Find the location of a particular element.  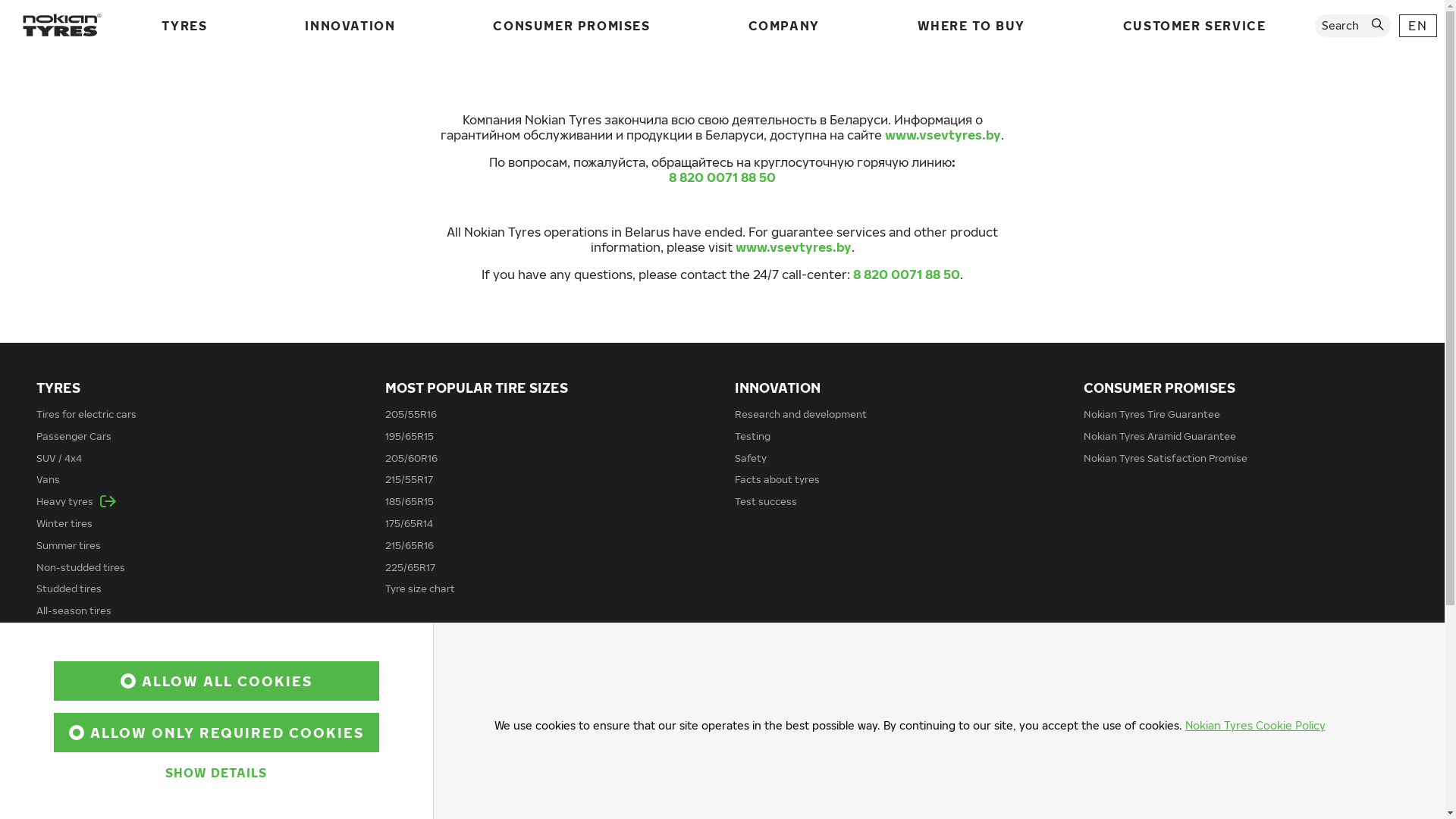

'www.vsevtyres.by' is located at coordinates (942, 133).